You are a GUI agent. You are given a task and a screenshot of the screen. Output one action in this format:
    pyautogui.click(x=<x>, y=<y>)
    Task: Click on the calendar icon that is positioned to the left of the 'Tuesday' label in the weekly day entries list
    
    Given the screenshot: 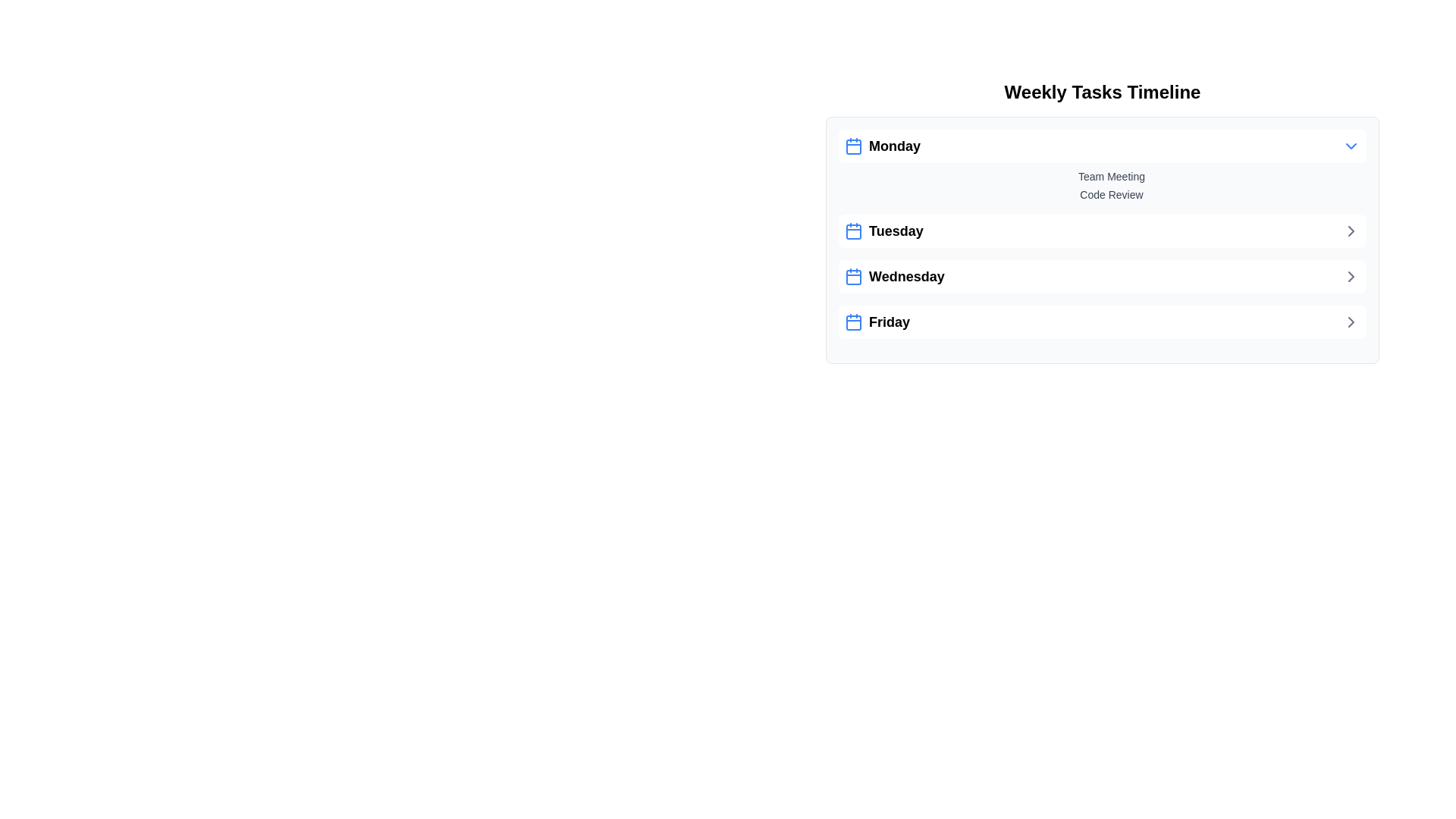 What is the action you would take?
    pyautogui.click(x=854, y=231)
    